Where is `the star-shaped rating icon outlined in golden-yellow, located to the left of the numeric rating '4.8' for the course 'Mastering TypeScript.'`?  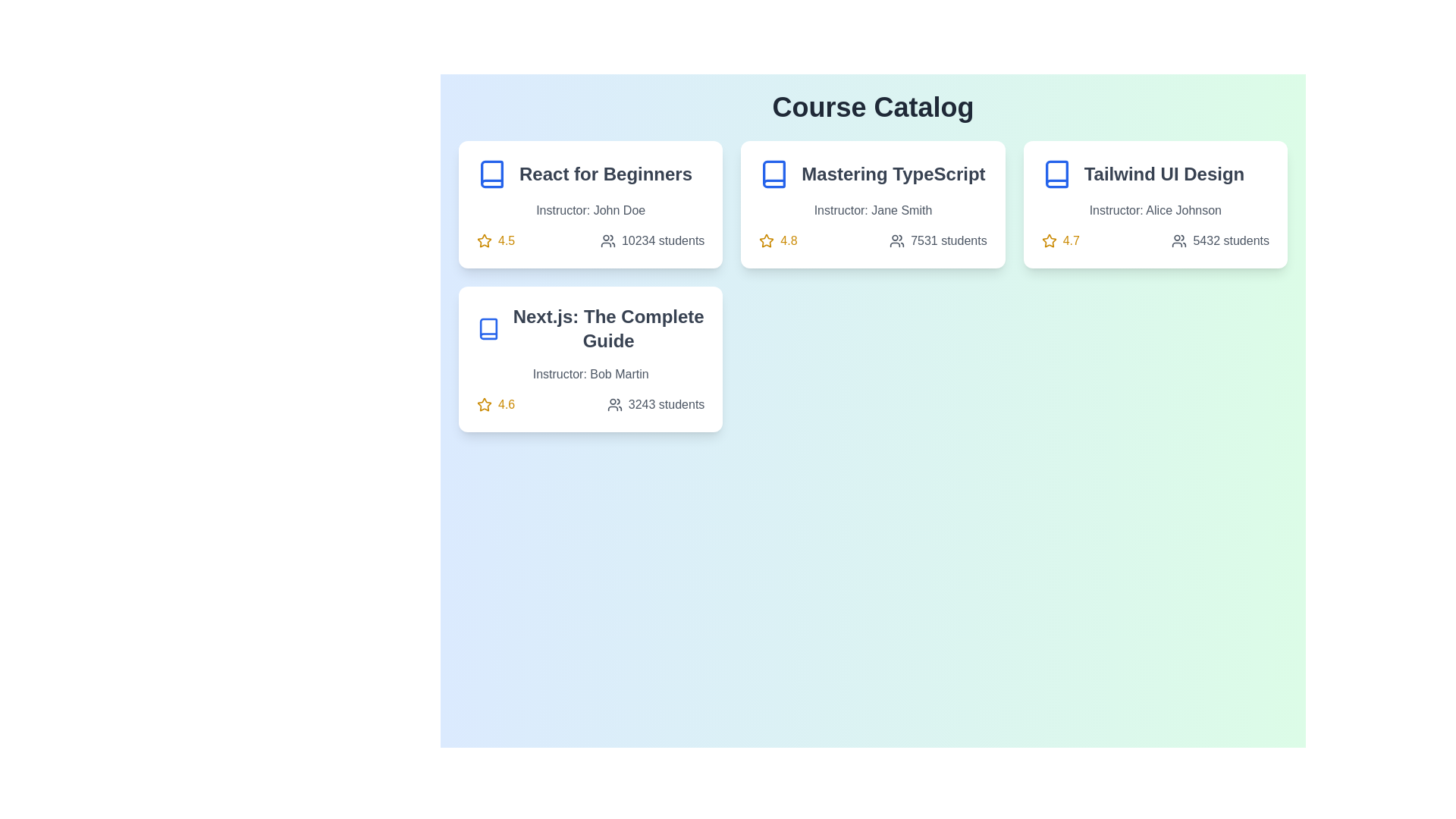
the star-shaped rating icon outlined in golden-yellow, located to the left of the numeric rating '4.8' for the course 'Mastering TypeScript.' is located at coordinates (767, 240).